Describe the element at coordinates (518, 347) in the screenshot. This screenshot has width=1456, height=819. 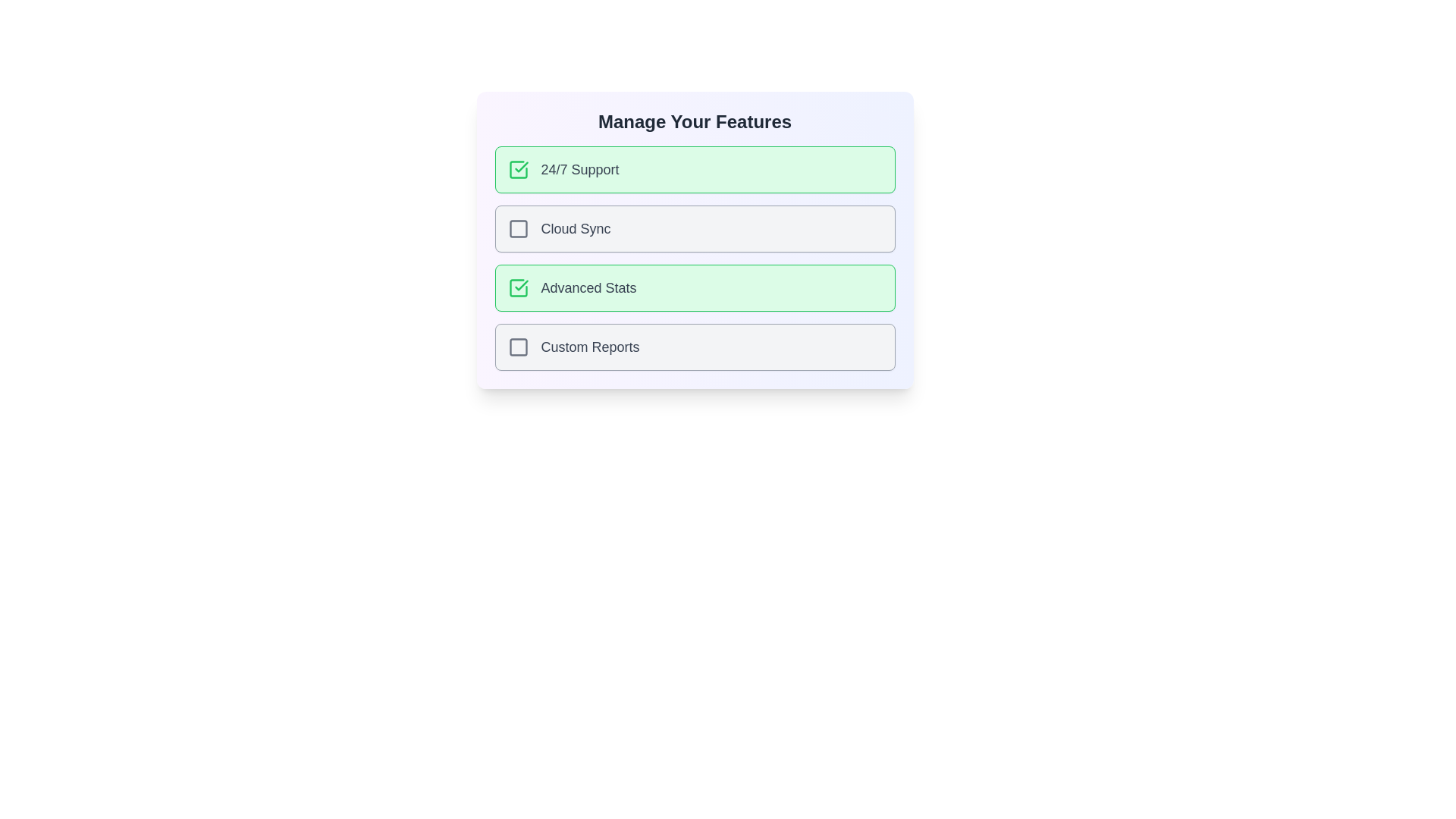
I see `the checkbox icon` at that location.